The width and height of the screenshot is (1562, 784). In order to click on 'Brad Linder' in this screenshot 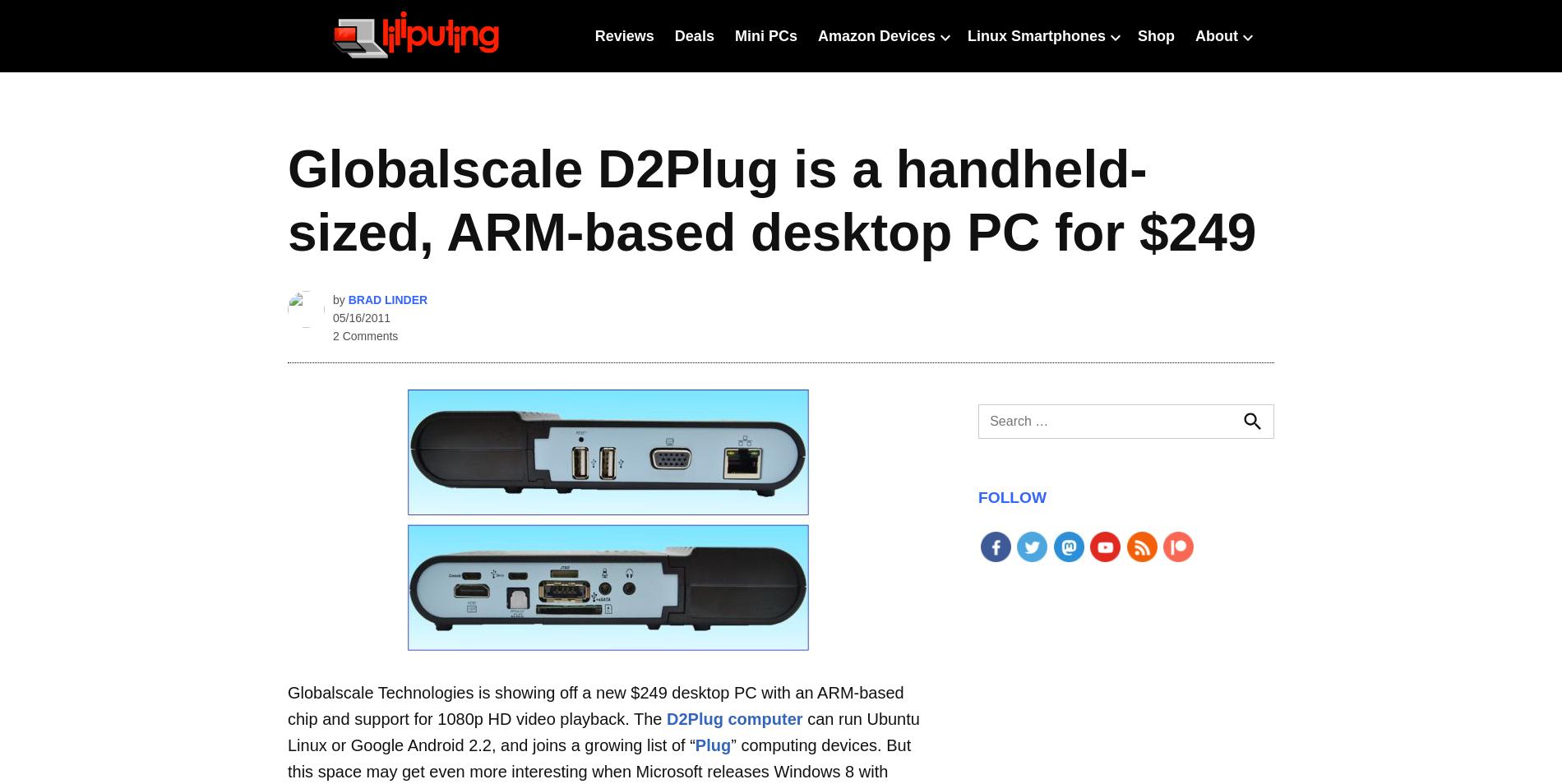, I will do `click(386, 299)`.